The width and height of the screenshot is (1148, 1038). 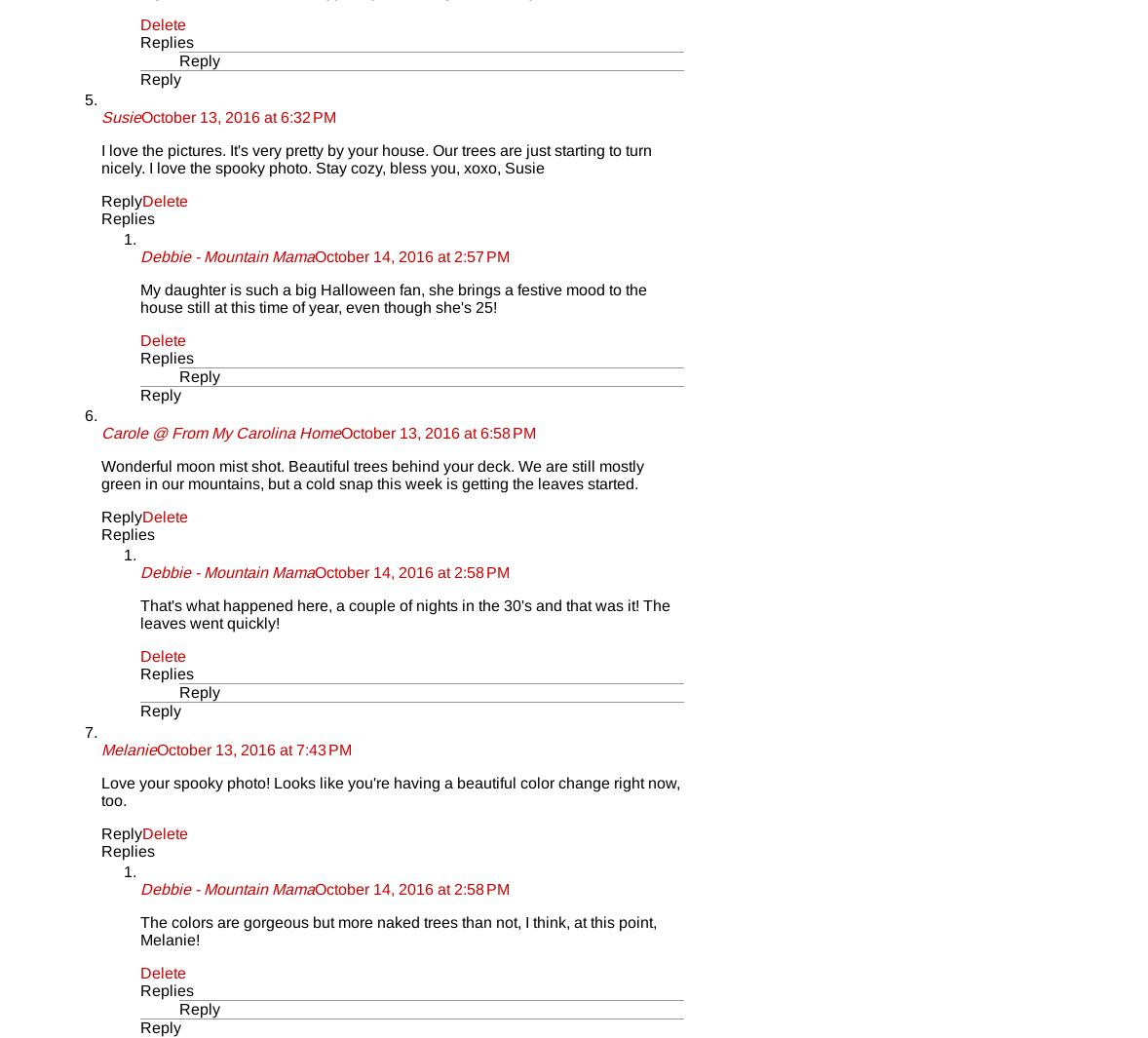 What do you see at coordinates (372, 474) in the screenshot?
I see `'Wonderful moon mist shot.  Beautiful trees behind your deck.  We are still mostly green in our mountains, but a cold snap this week is getting the leaves started.'` at bounding box center [372, 474].